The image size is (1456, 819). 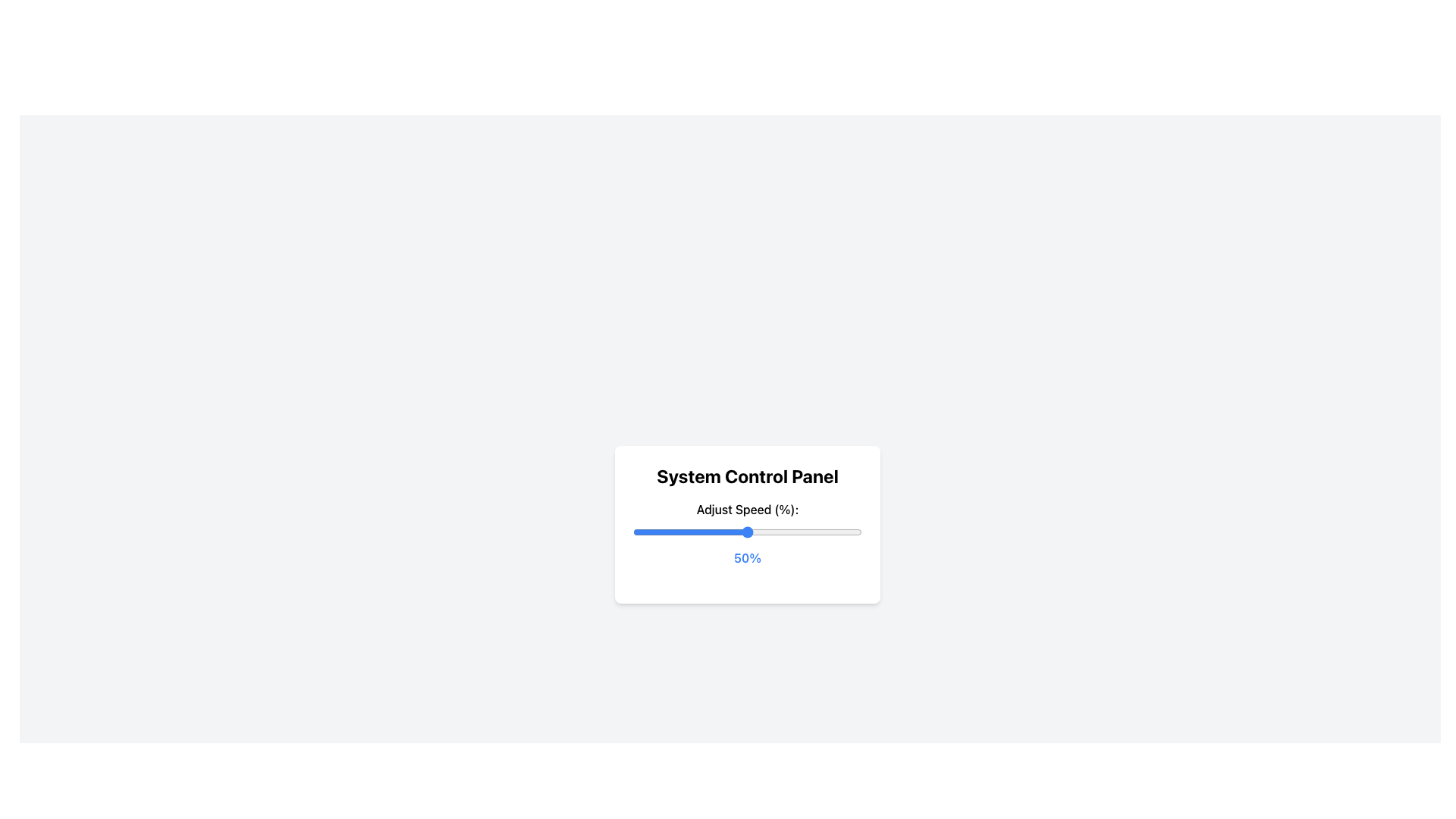 I want to click on the displayed percentage value of the slider control within the 'System Control Panel' card, which shows '50%', so click(x=747, y=523).